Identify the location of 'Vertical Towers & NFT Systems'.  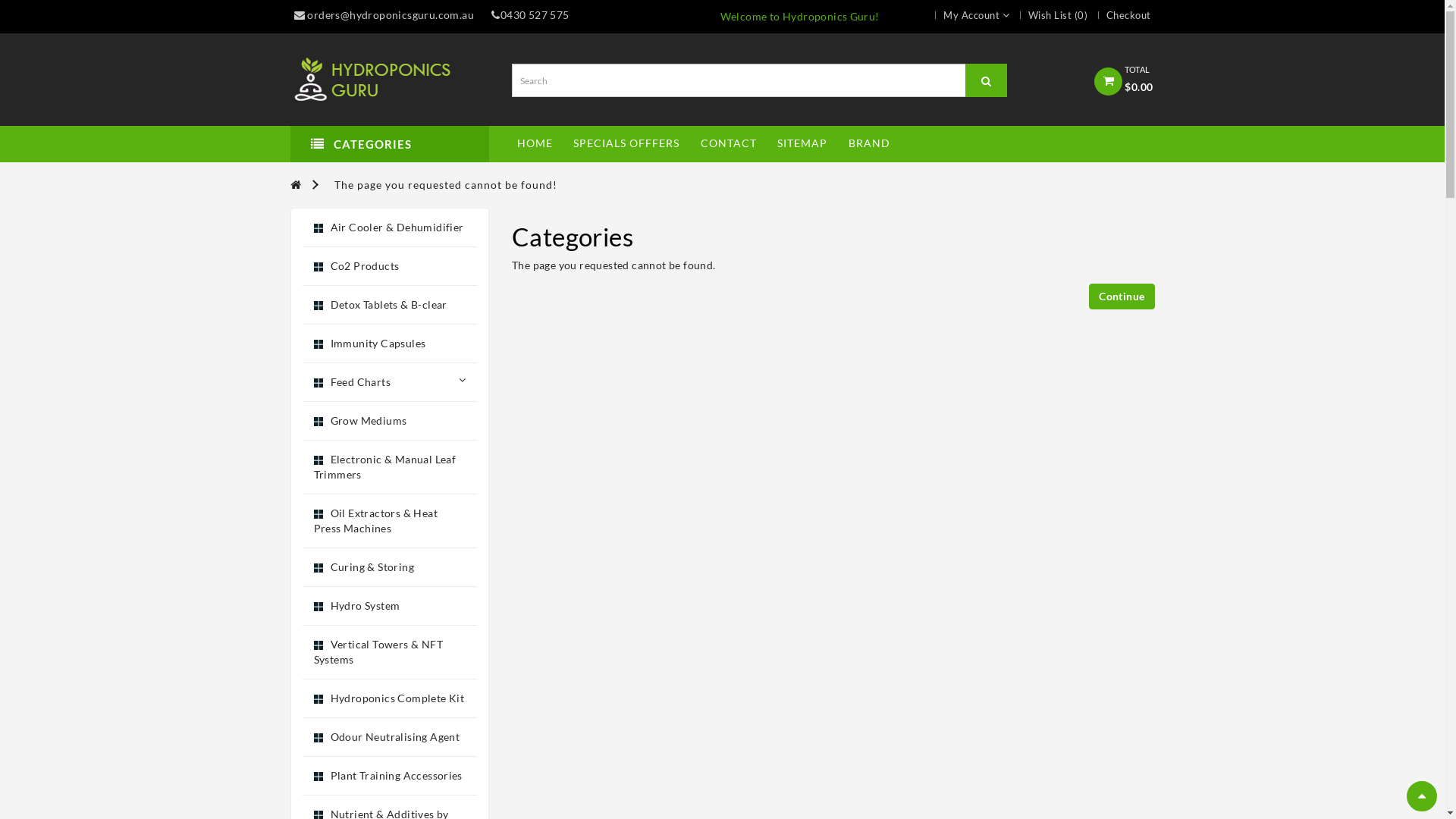
(302, 651).